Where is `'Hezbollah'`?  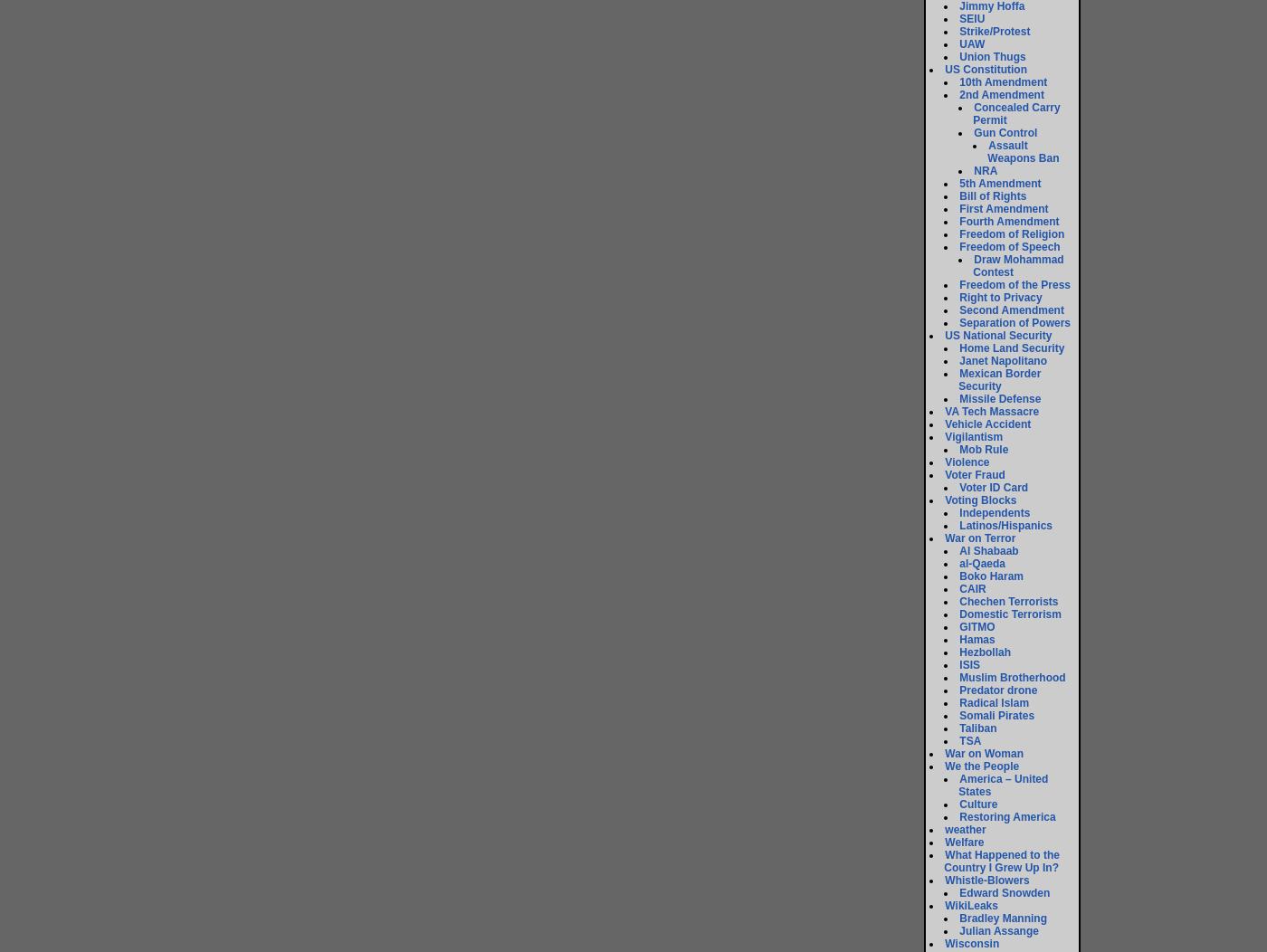 'Hezbollah' is located at coordinates (985, 652).